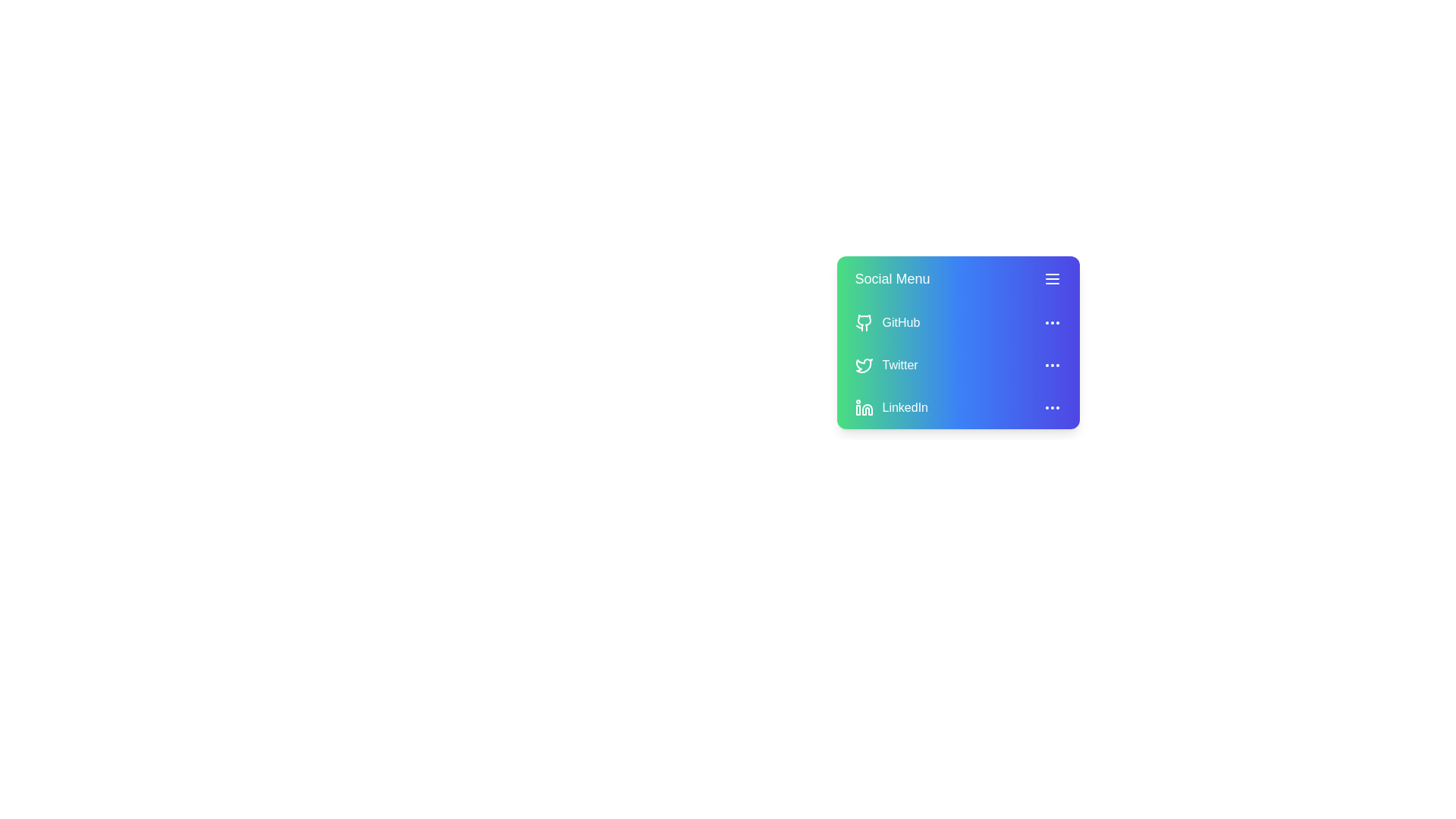  Describe the element at coordinates (957, 278) in the screenshot. I see `the 'Social Menu' button to toggle the menu's visibility` at that location.